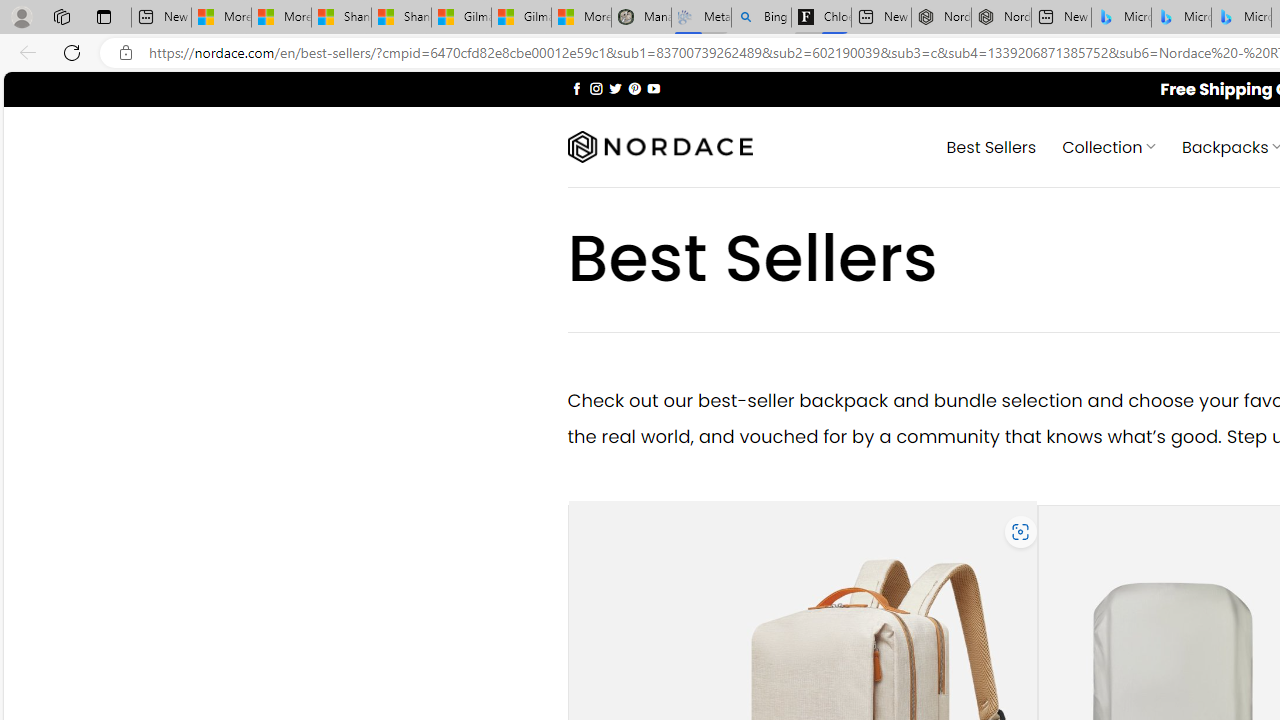 This screenshot has width=1280, height=720. Describe the element at coordinates (576, 87) in the screenshot. I see `'Follow on Facebook'` at that location.